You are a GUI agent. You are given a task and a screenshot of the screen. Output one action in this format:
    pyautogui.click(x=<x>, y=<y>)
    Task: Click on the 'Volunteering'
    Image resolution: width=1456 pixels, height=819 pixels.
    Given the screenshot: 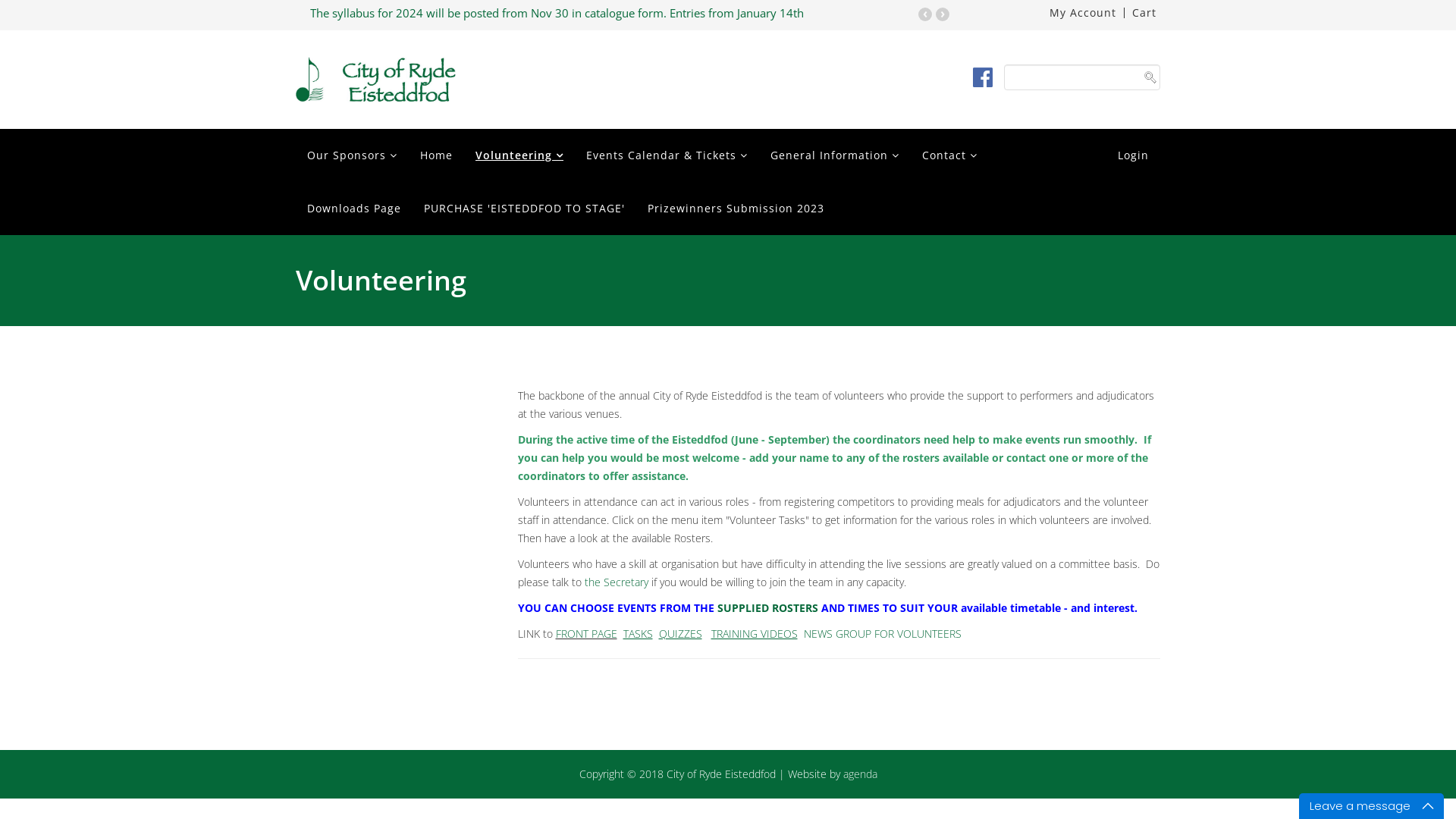 What is the action you would take?
    pyautogui.click(x=519, y=155)
    